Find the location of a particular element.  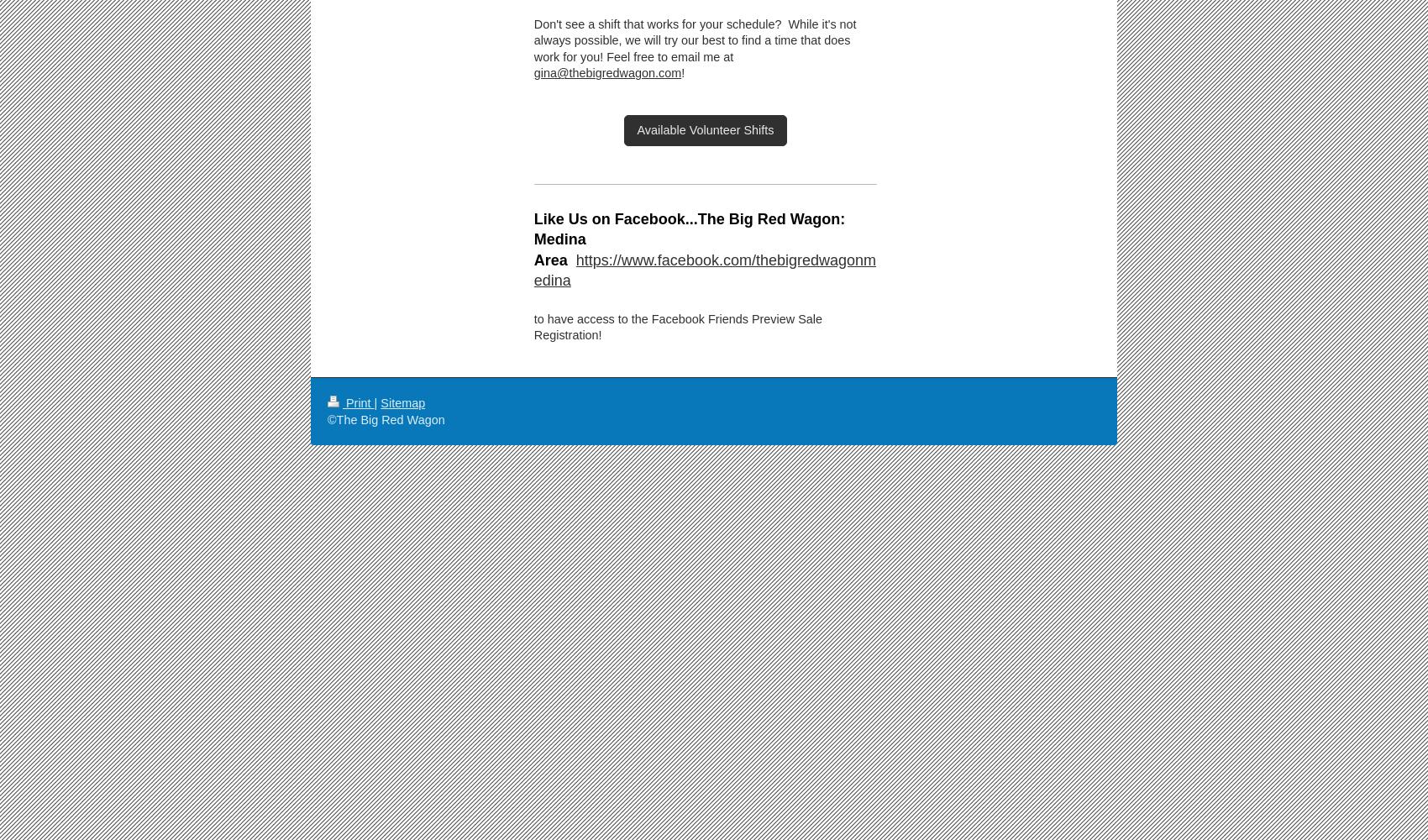

'Print' is located at coordinates (358, 402).